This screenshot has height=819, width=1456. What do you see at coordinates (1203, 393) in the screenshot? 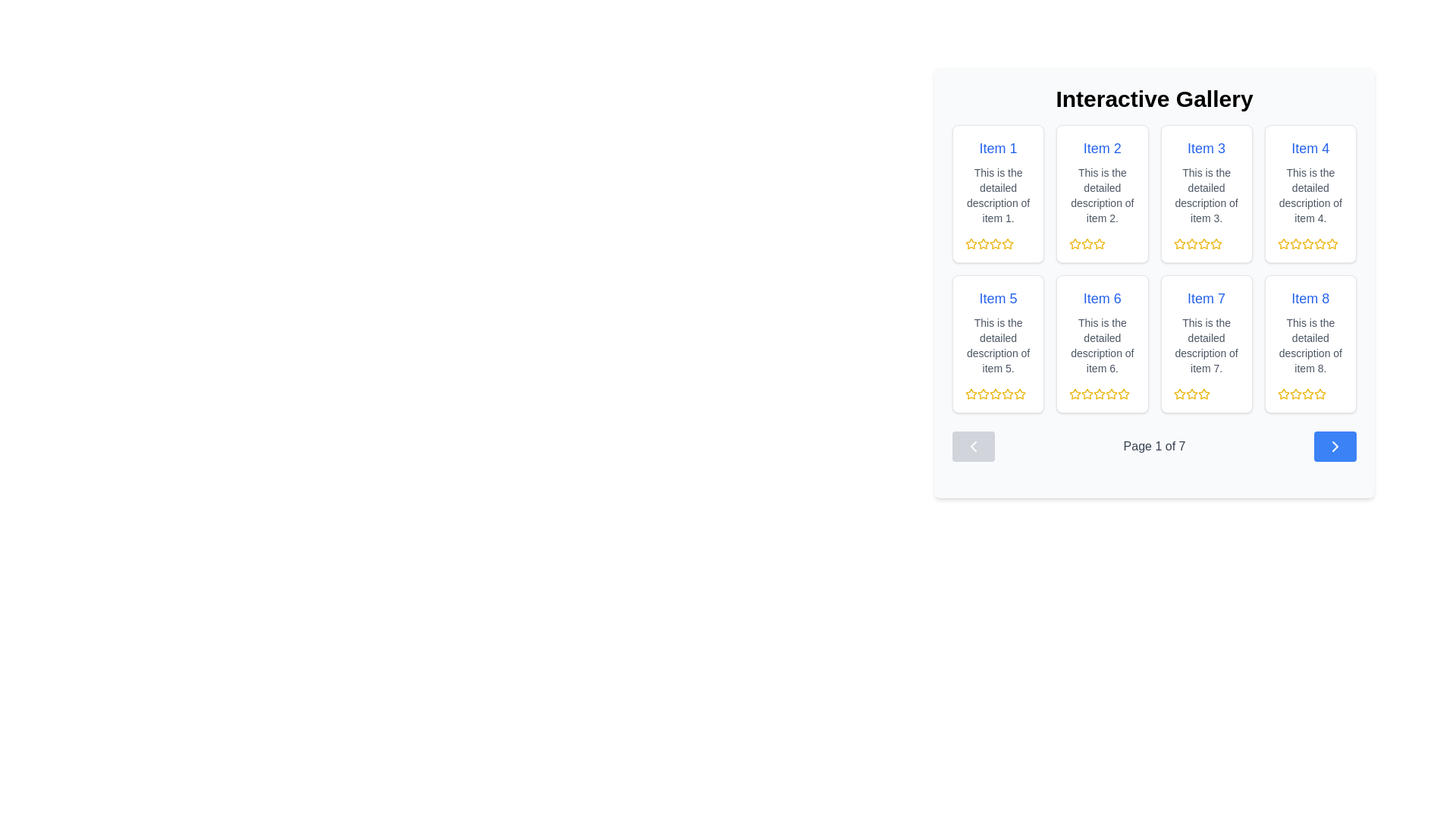
I see `keyboard navigation` at bounding box center [1203, 393].